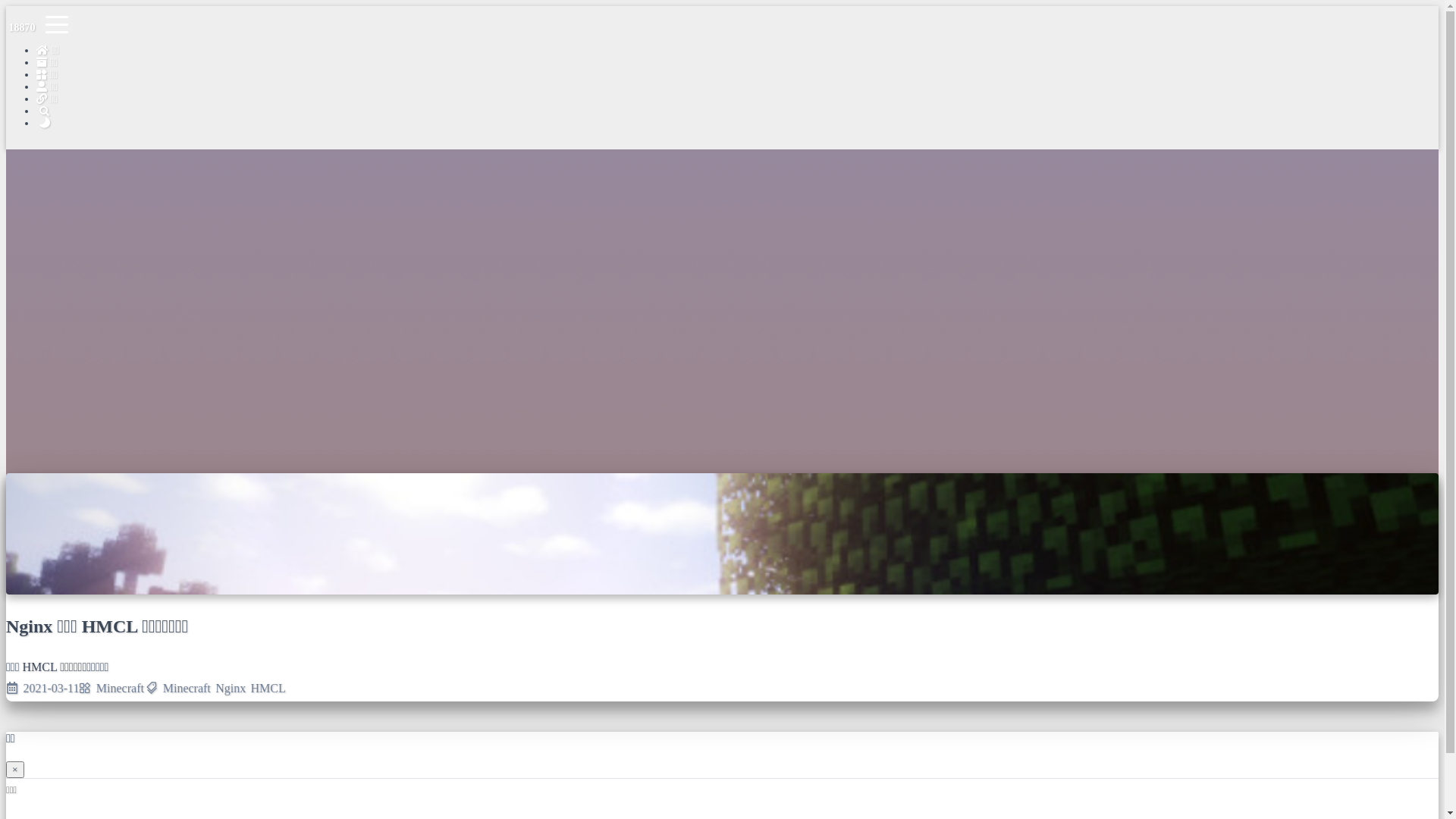 The height and width of the screenshot is (819, 1456). I want to click on 'Minecraft', so click(95, 688).